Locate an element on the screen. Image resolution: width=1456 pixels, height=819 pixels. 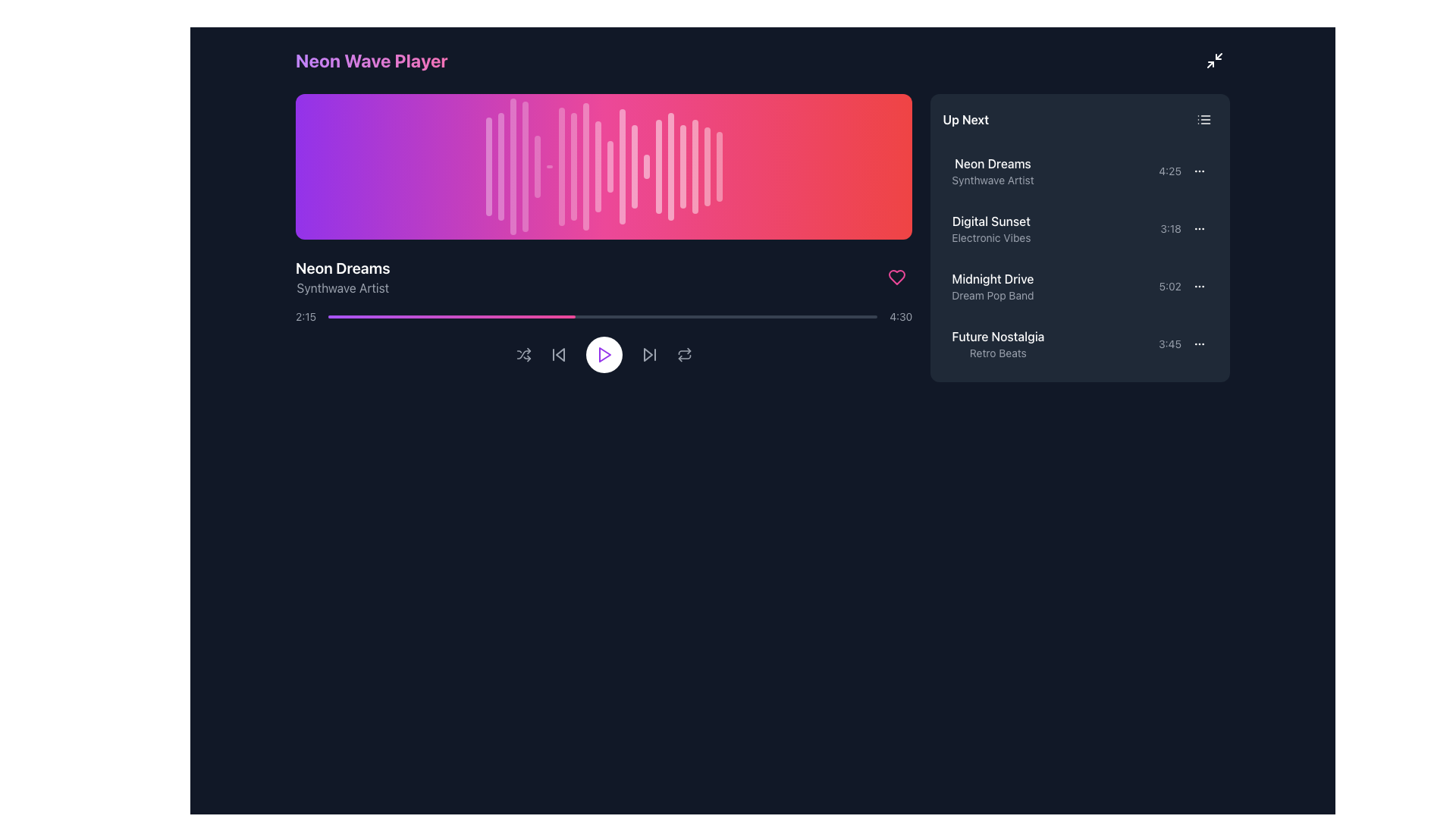
the non-interactive text label that indicates 'Synthwave Artist' beneath the 'Neon Dreams' title is located at coordinates (342, 288).